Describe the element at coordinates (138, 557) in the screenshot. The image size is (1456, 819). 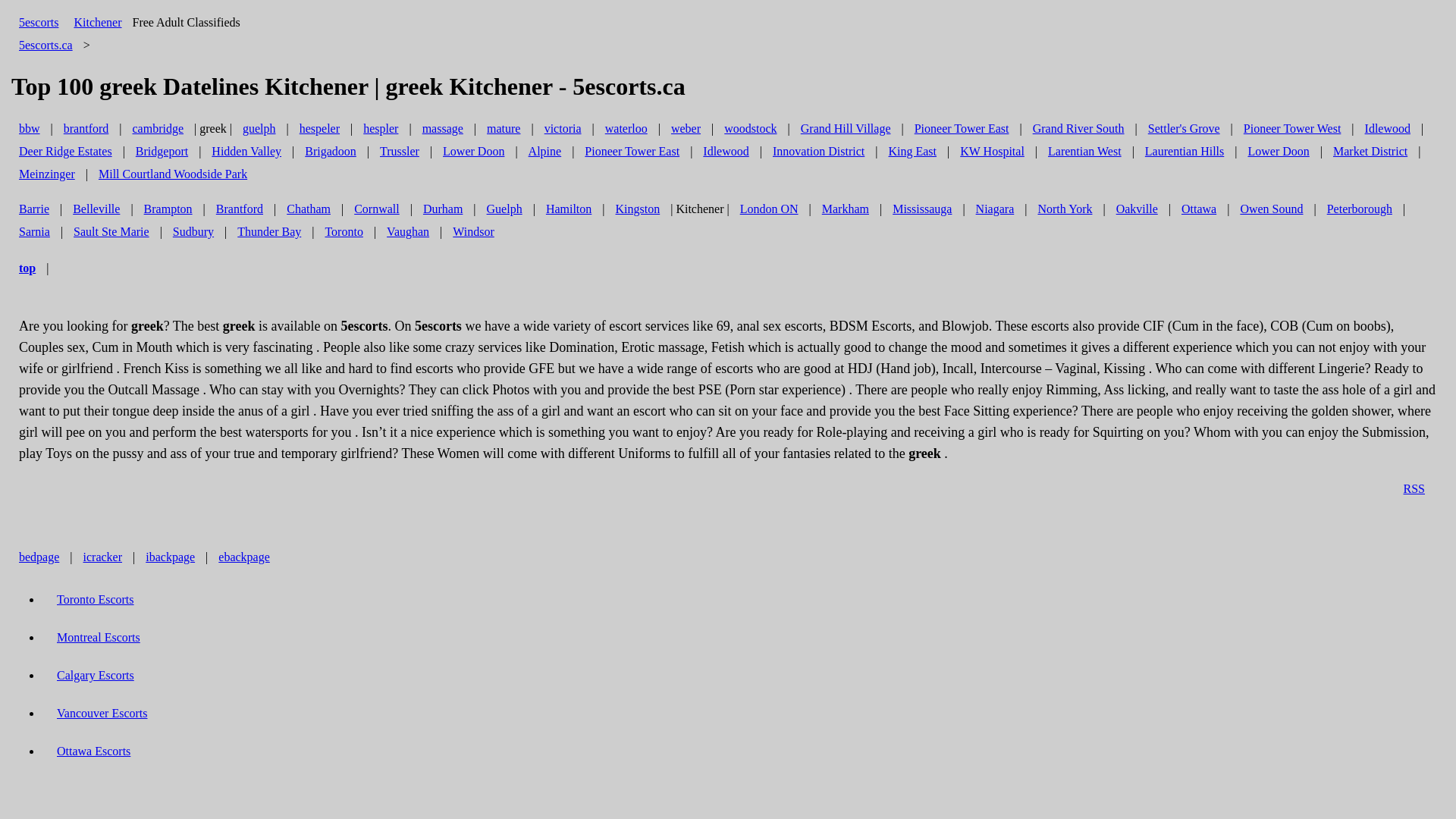
I see `'ibackpage'` at that location.